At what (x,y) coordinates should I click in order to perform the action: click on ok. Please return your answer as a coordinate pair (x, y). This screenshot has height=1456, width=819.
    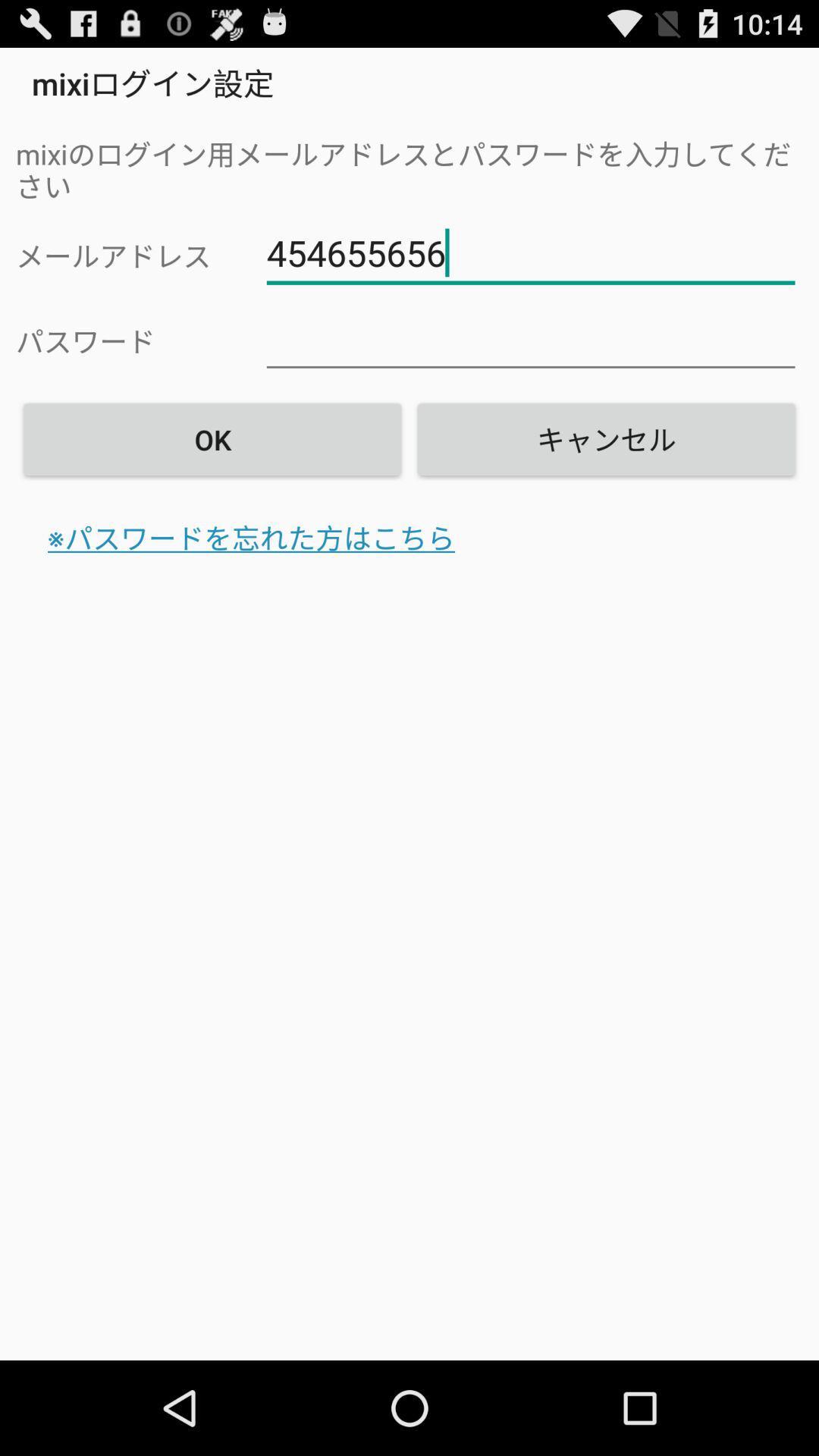
    Looking at the image, I should click on (212, 438).